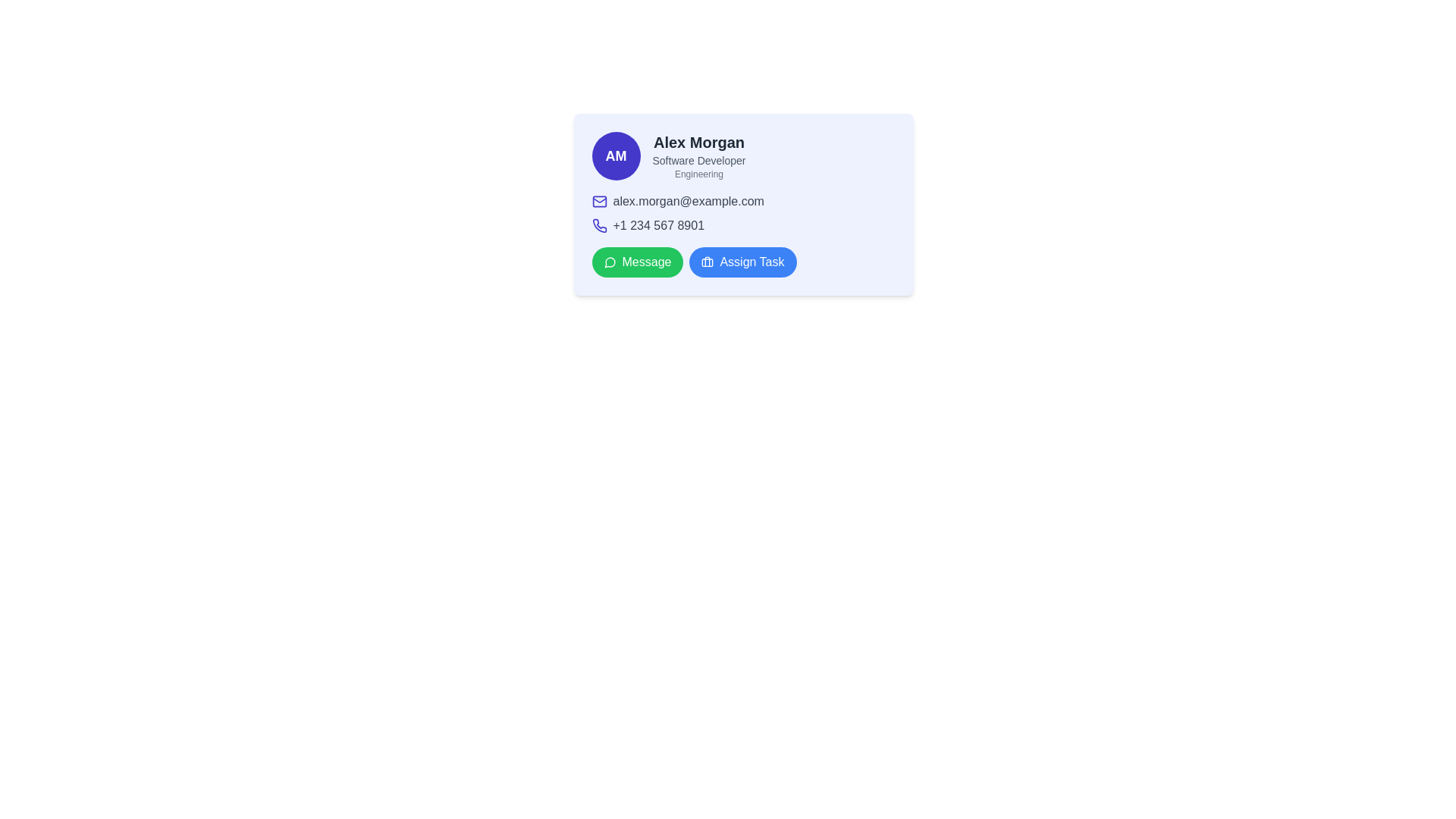 This screenshot has width=1456, height=819. I want to click on the text display element showing the email address 'alex.morgan@example.com', which is located under the user's name and role description header, so click(743, 201).